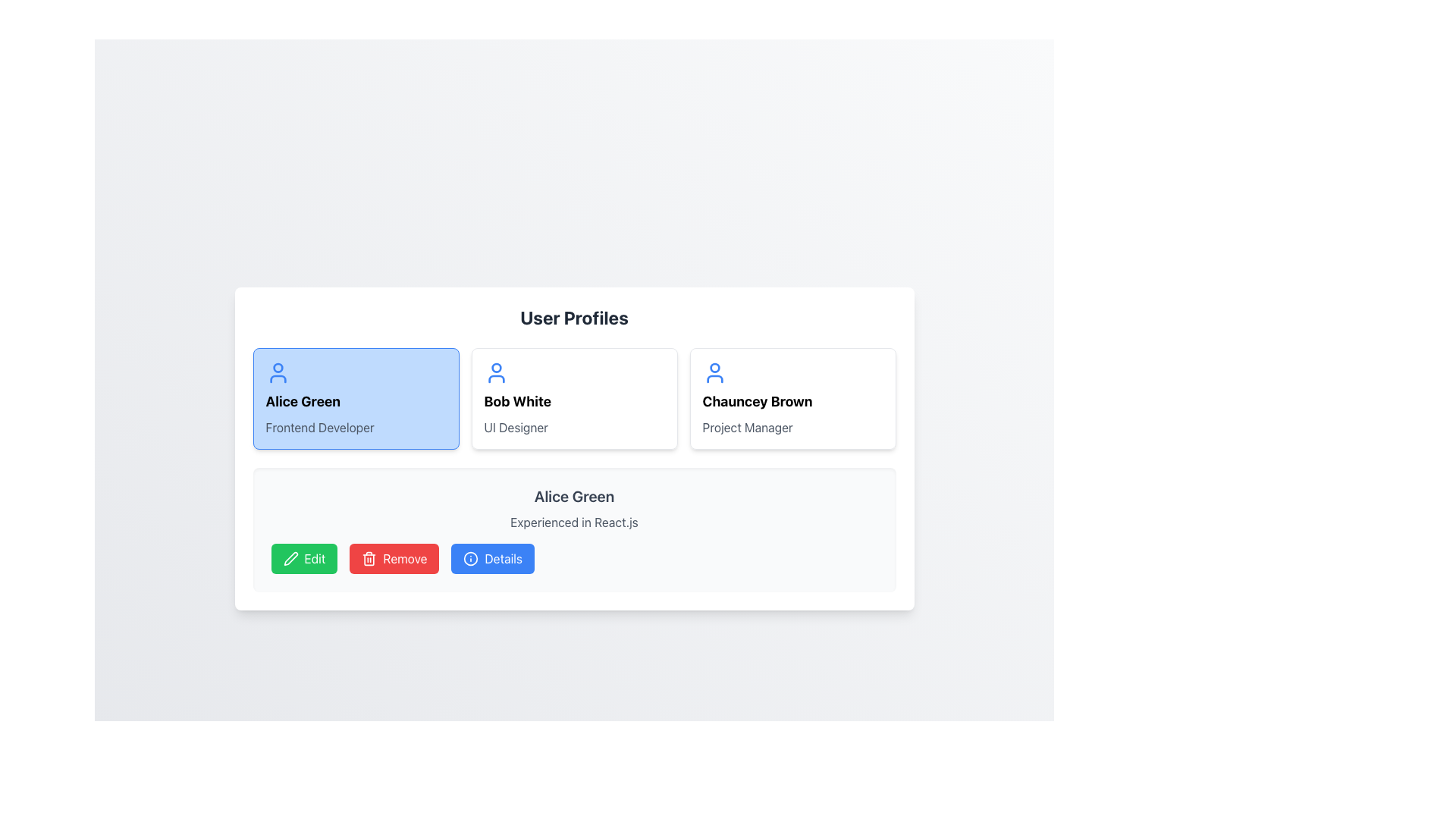  I want to click on the interactive user profile card for 'Alice Green', so click(355, 397).